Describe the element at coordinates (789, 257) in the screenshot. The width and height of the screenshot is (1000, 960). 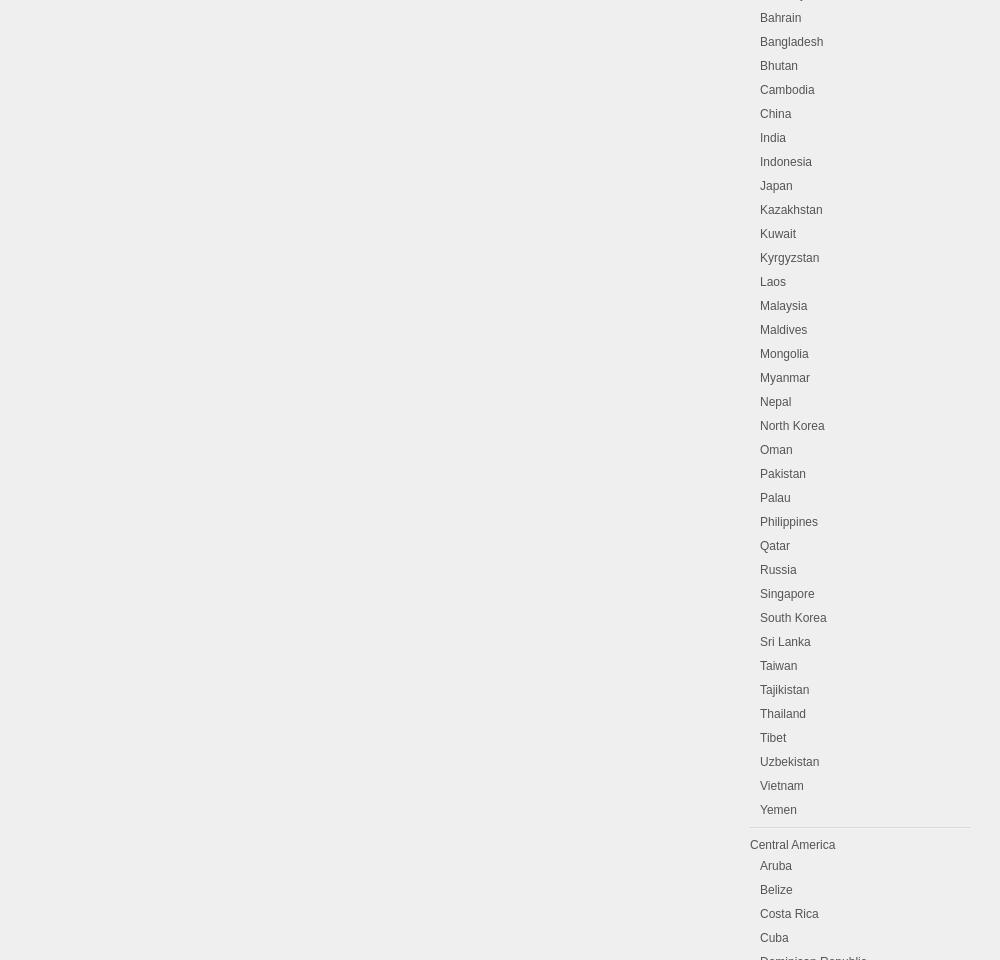
I see `'Kyrgyzstan'` at that location.